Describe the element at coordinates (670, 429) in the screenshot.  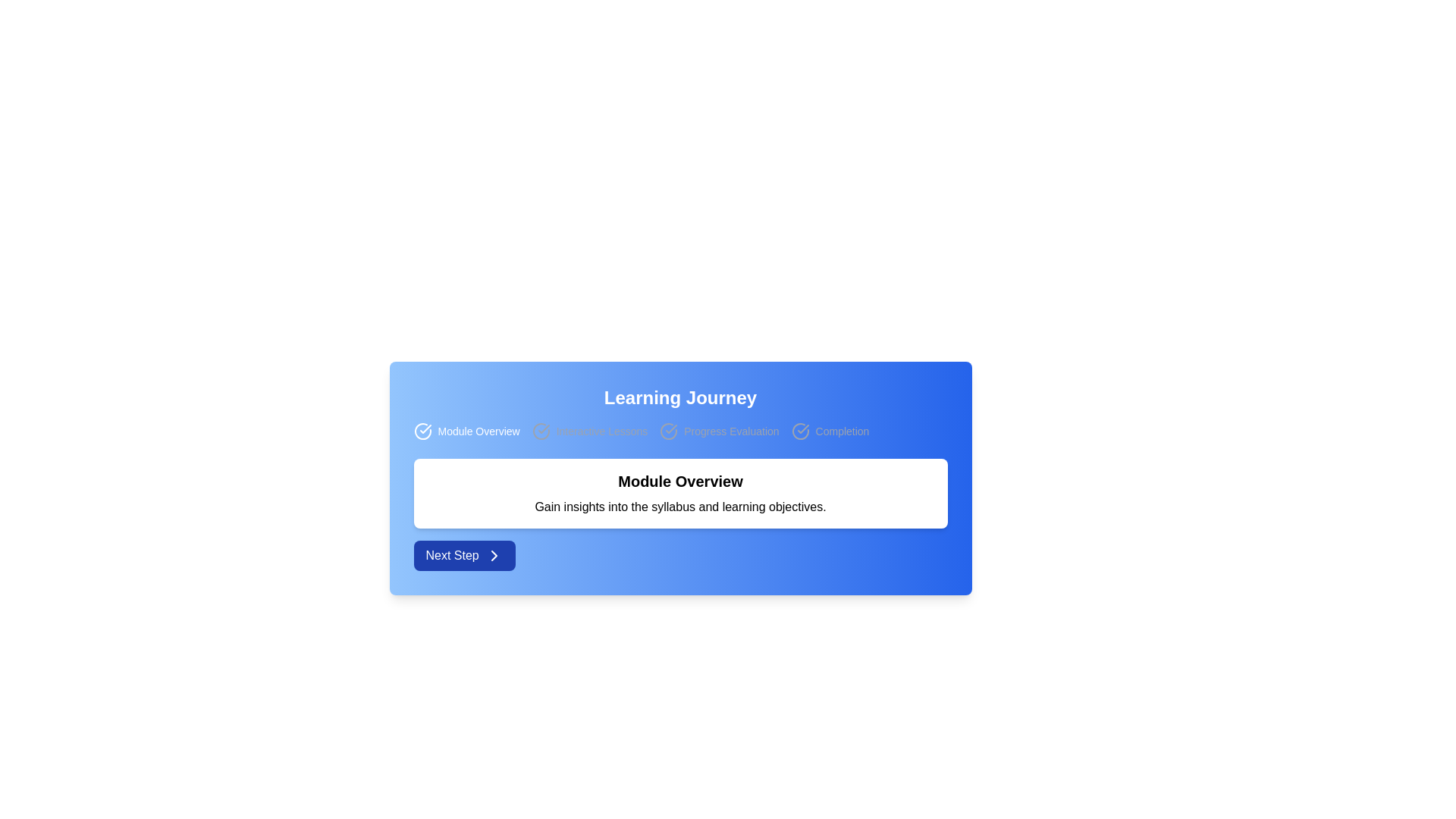
I see `the 'Progress Evaluation' step icon in the Learning Journey progress tracker, which is a circular icon with a checkmark, located between the second and fourth step indicators` at that location.